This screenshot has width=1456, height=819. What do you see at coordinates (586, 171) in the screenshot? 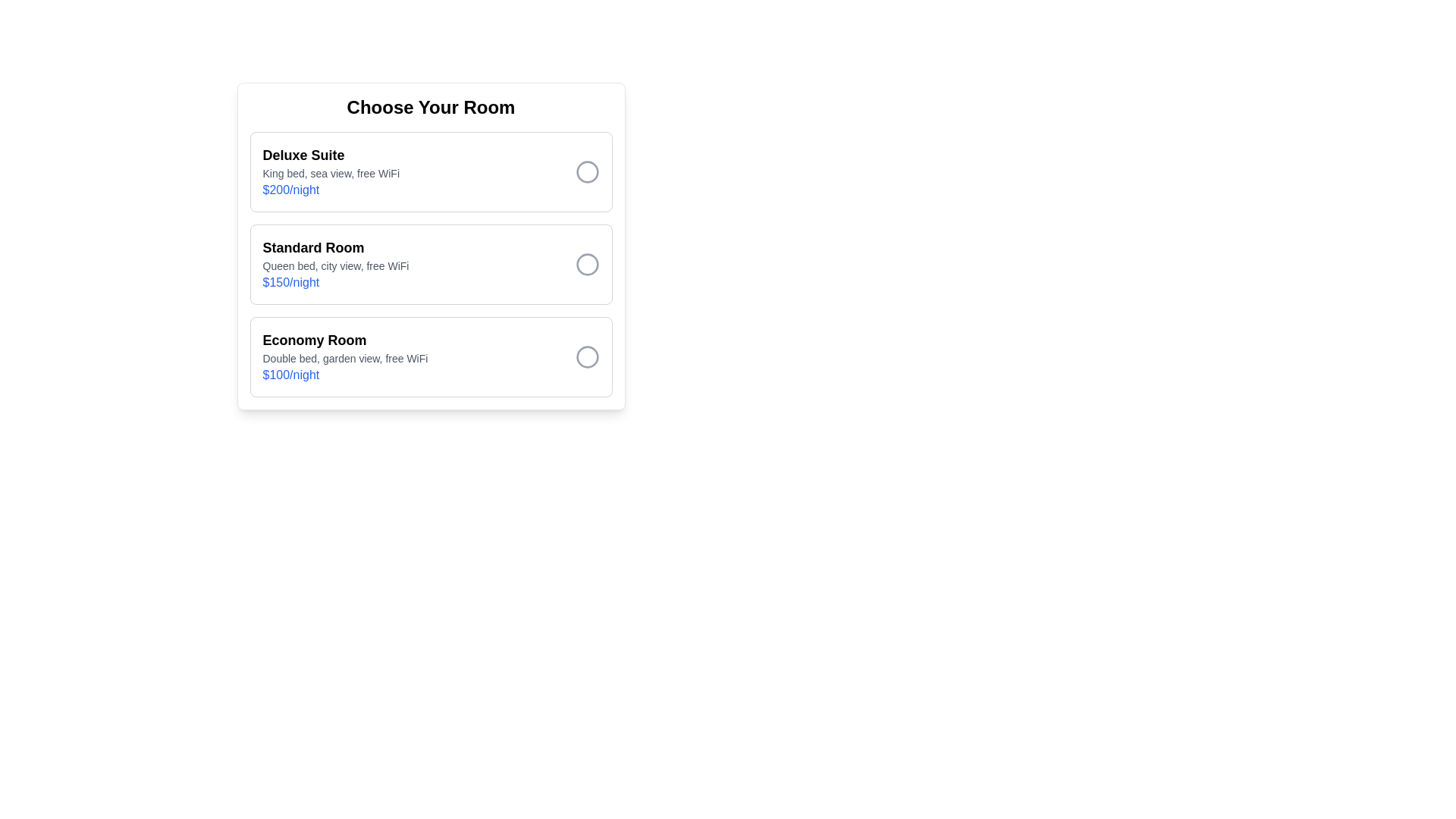
I see `the circular radio button with a light gray border located on the right side of the 'Deluxe Suite' card in the 'Choose Your Room' section` at bounding box center [586, 171].